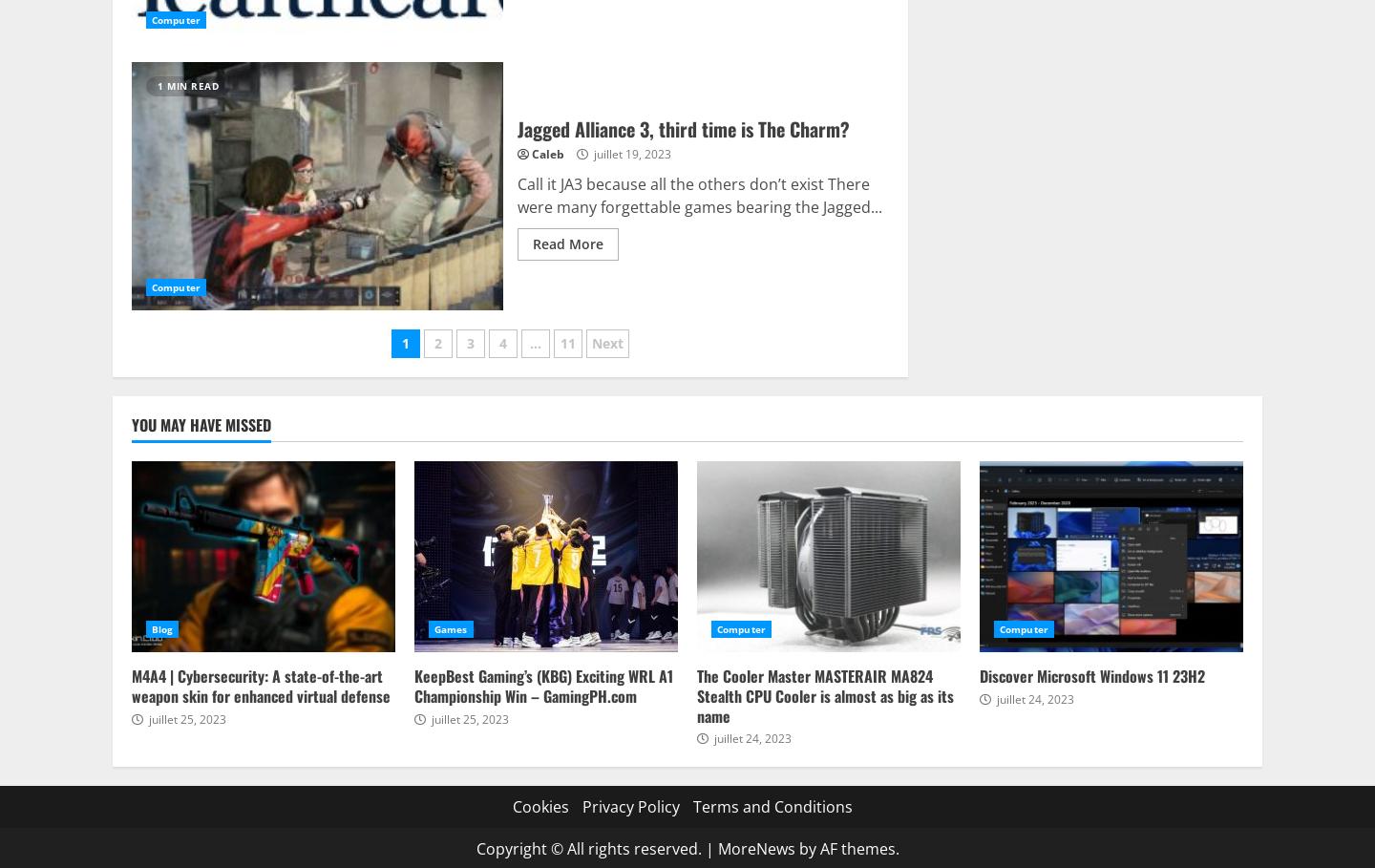 The width and height of the screenshot is (1375, 868). I want to click on 'Next', so click(605, 341).